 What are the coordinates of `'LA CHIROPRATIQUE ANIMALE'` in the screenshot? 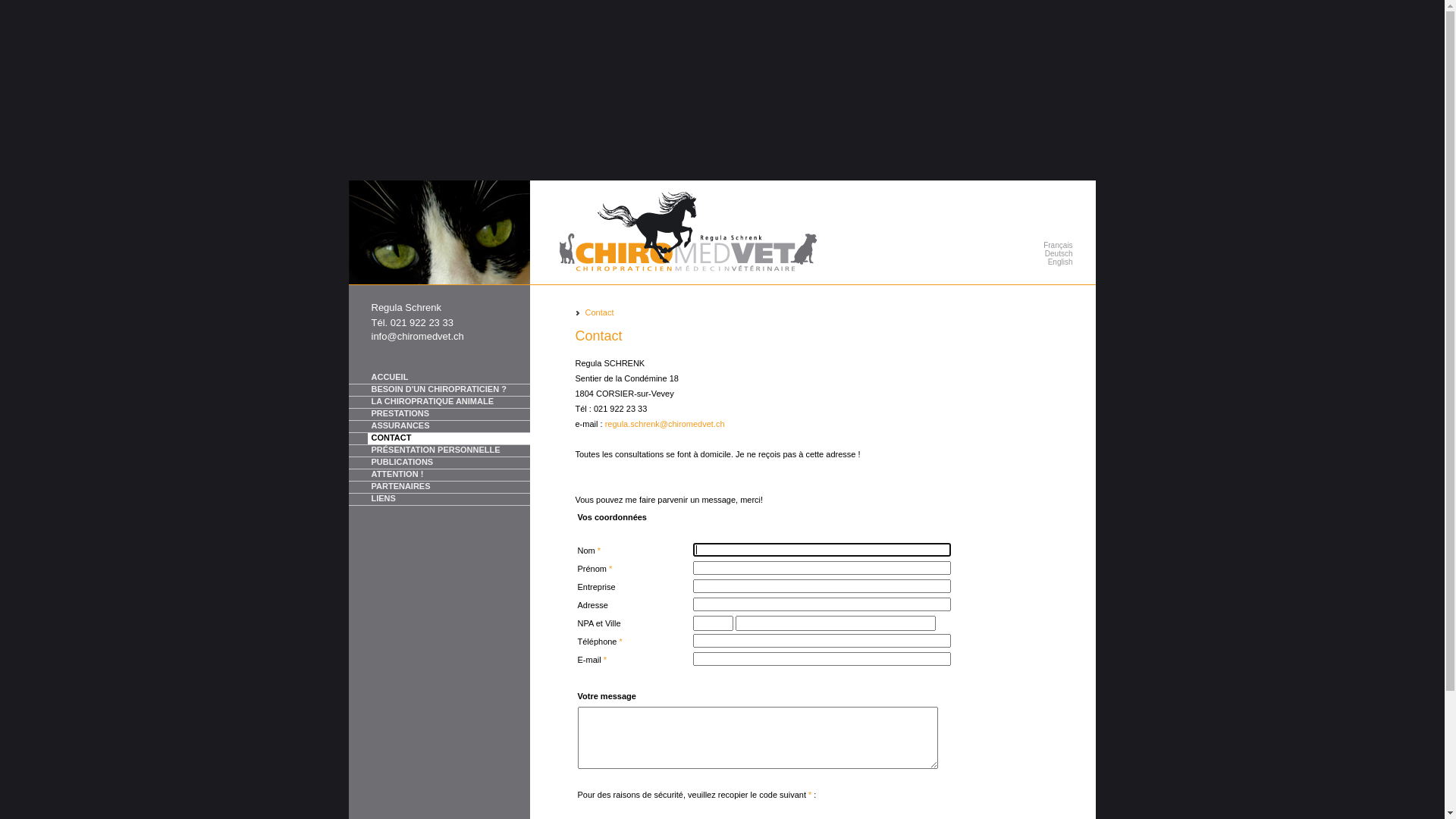 It's located at (367, 401).